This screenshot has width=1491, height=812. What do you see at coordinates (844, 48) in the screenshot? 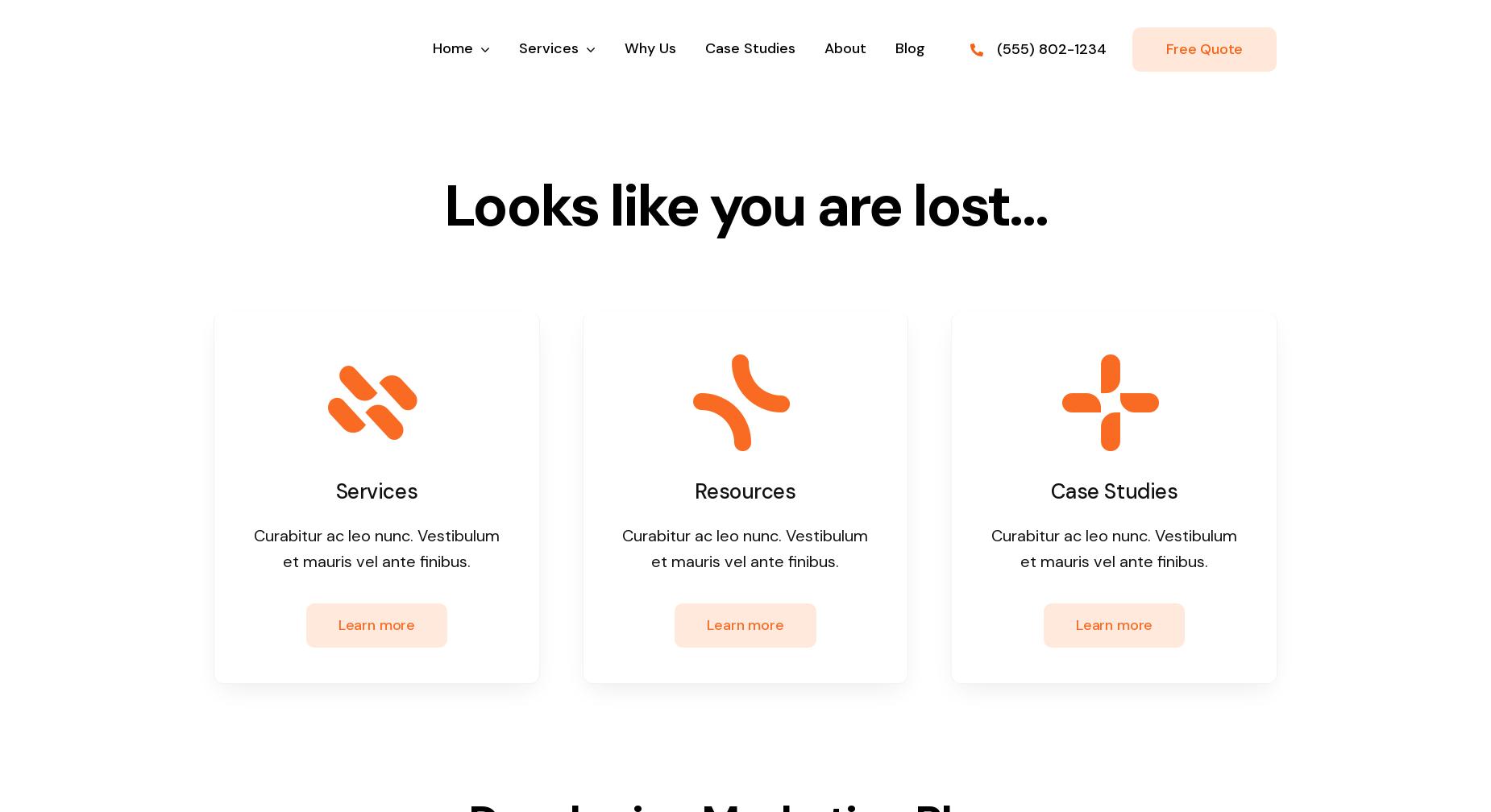
I see `'About'` at bounding box center [844, 48].